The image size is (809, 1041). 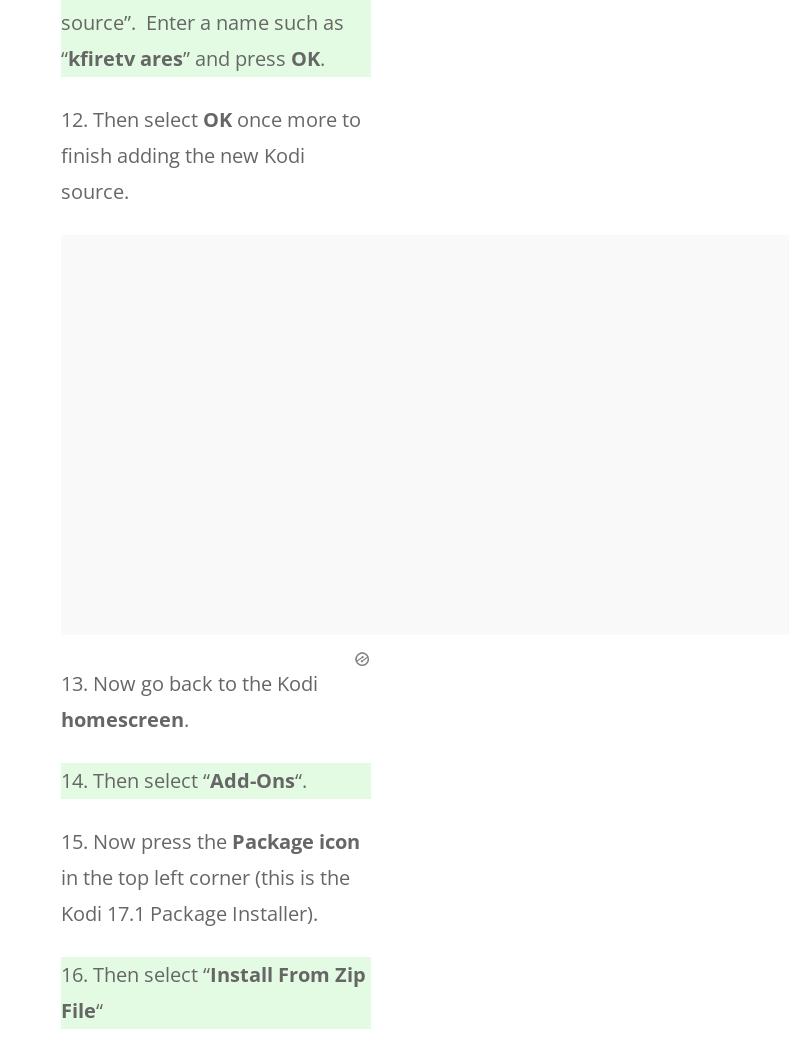 I want to click on 'Add-Ons', so click(x=251, y=780).